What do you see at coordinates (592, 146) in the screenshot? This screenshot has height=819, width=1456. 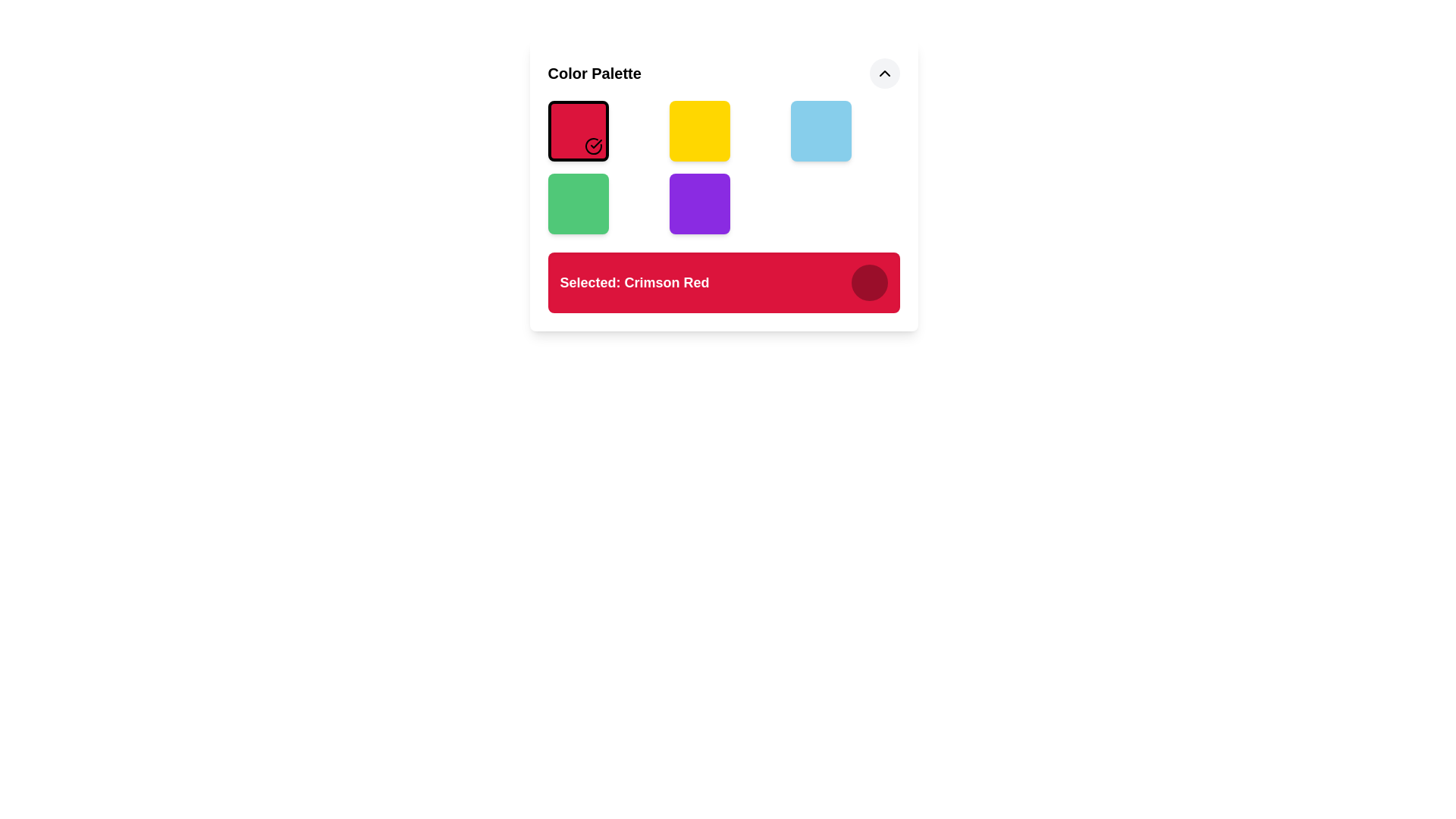 I see `the circular checkmark icon located in the bottom-right corner of the top-left red square in the color palette to interact with it` at bounding box center [592, 146].